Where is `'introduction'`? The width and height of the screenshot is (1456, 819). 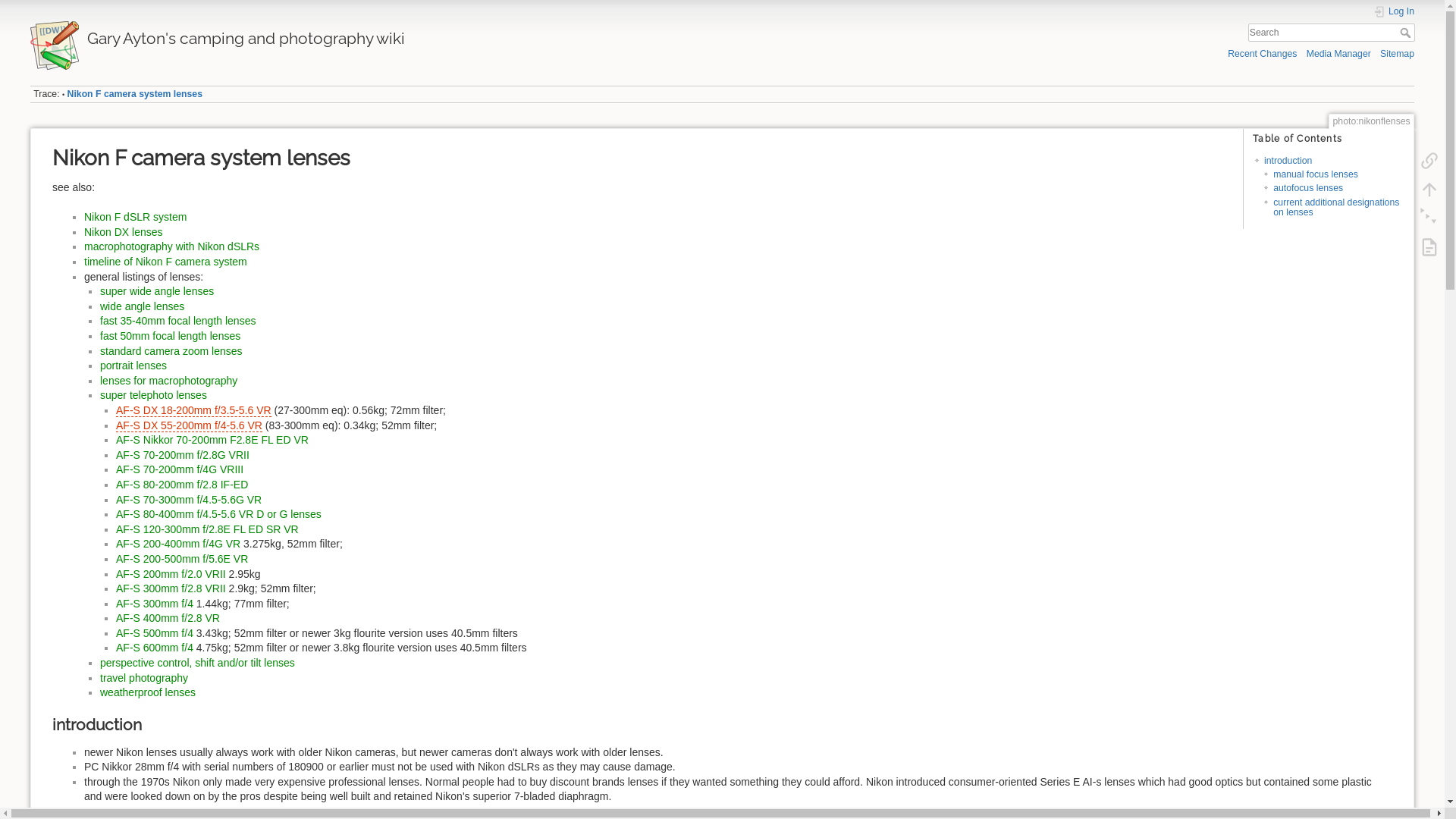
'introduction' is located at coordinates (1287, 161).